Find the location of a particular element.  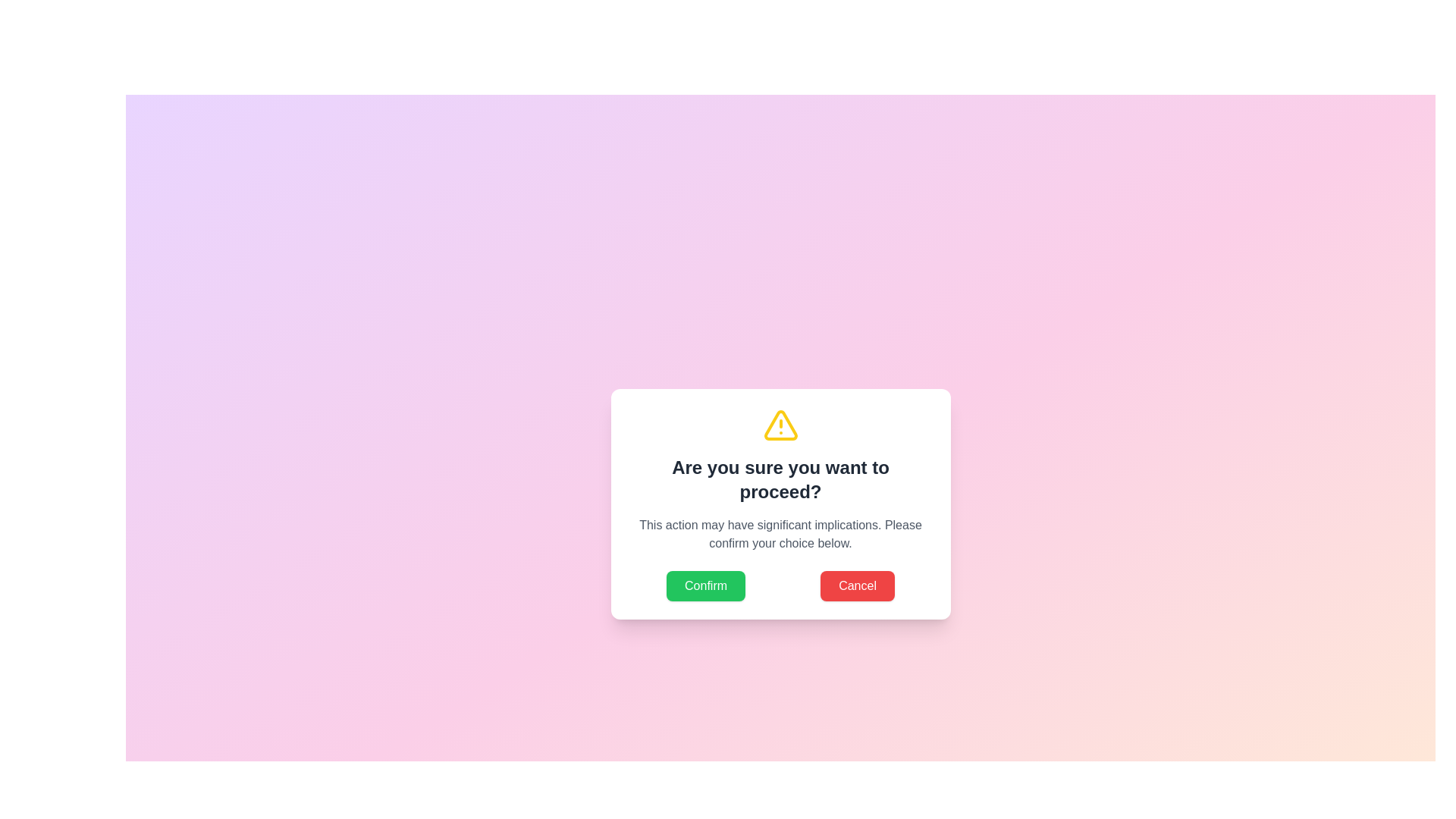

text of the confirmation dialog title label, which is positioned below the caution icon and above the descriptive text and buttons is located at coordinates (780, 479).